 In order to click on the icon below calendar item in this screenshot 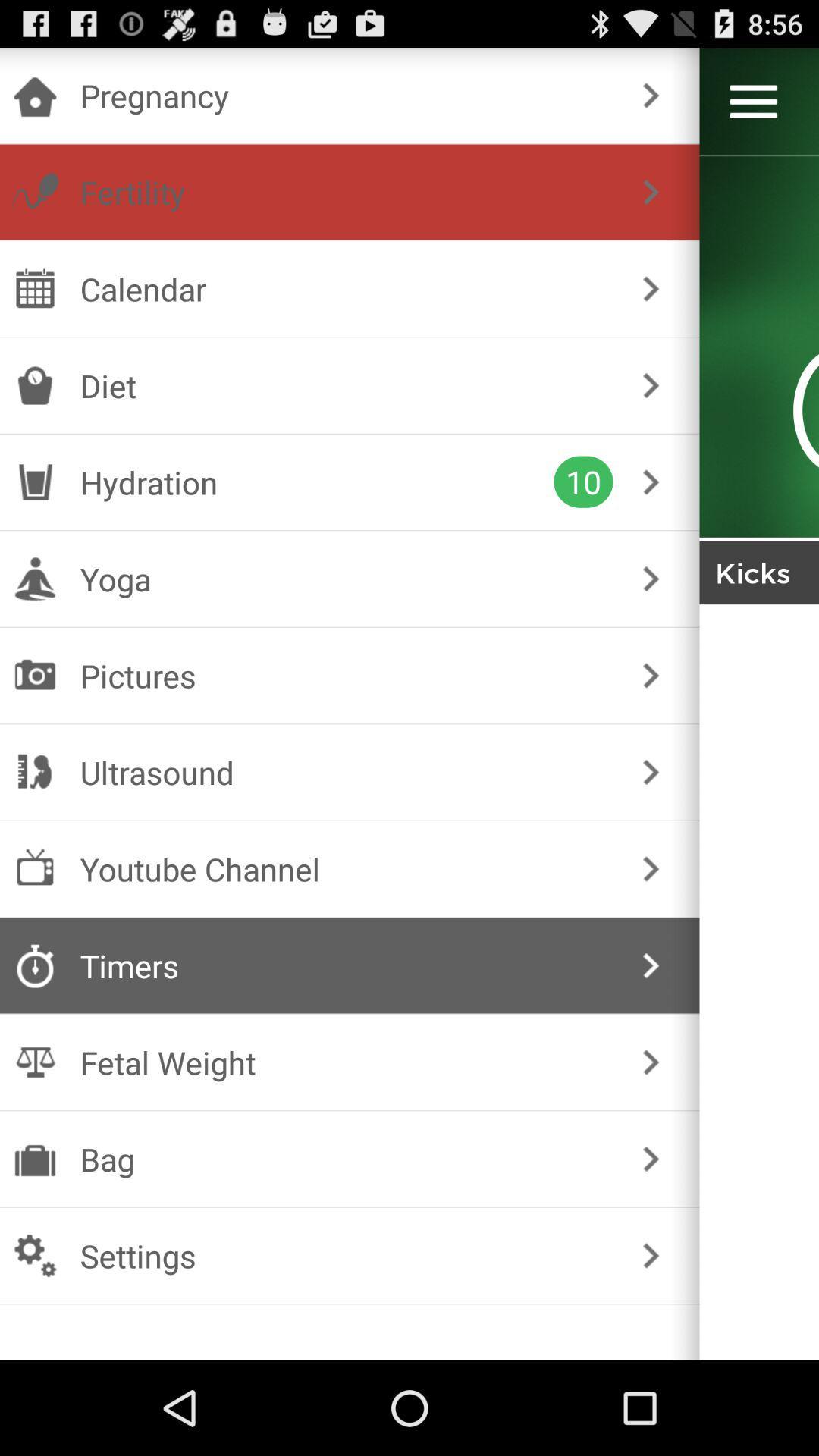, I will do `click(347, 385)`.